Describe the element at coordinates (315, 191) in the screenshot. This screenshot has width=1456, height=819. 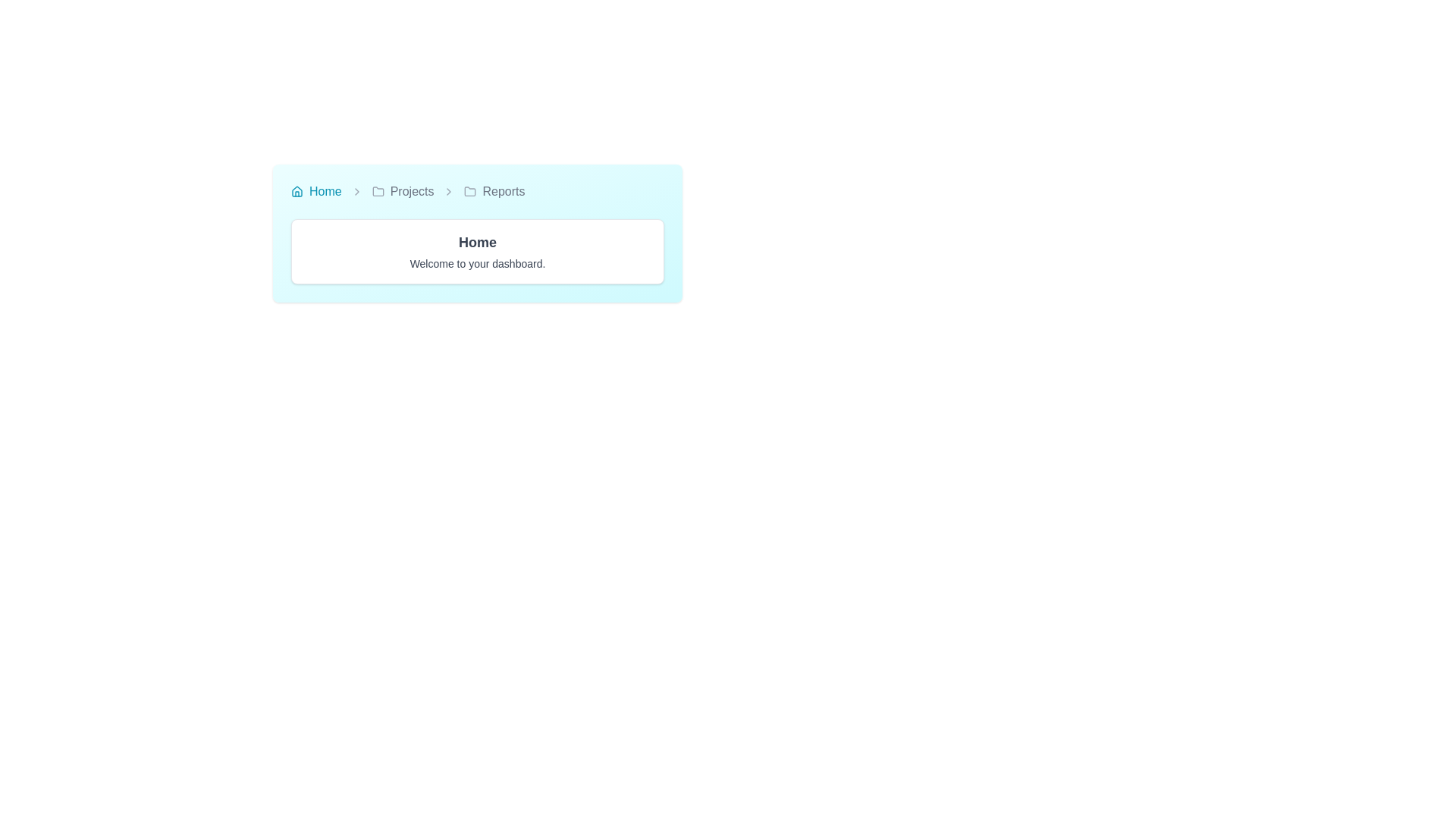
I see `the 'Home' breadcrumb navigation item, which displays a house icon in cyan color` at that location.